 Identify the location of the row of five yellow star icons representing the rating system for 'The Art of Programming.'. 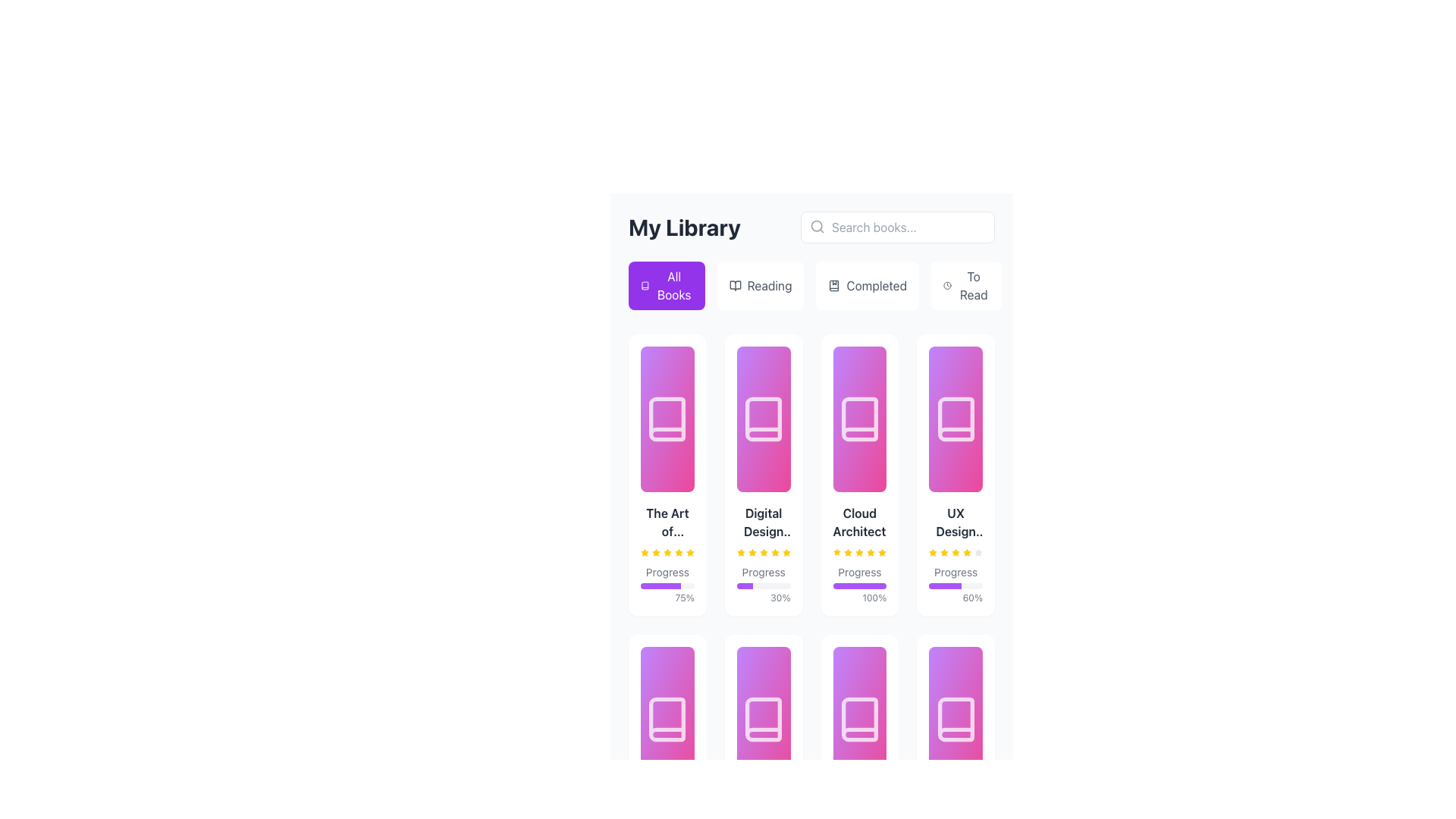
(667, 553).